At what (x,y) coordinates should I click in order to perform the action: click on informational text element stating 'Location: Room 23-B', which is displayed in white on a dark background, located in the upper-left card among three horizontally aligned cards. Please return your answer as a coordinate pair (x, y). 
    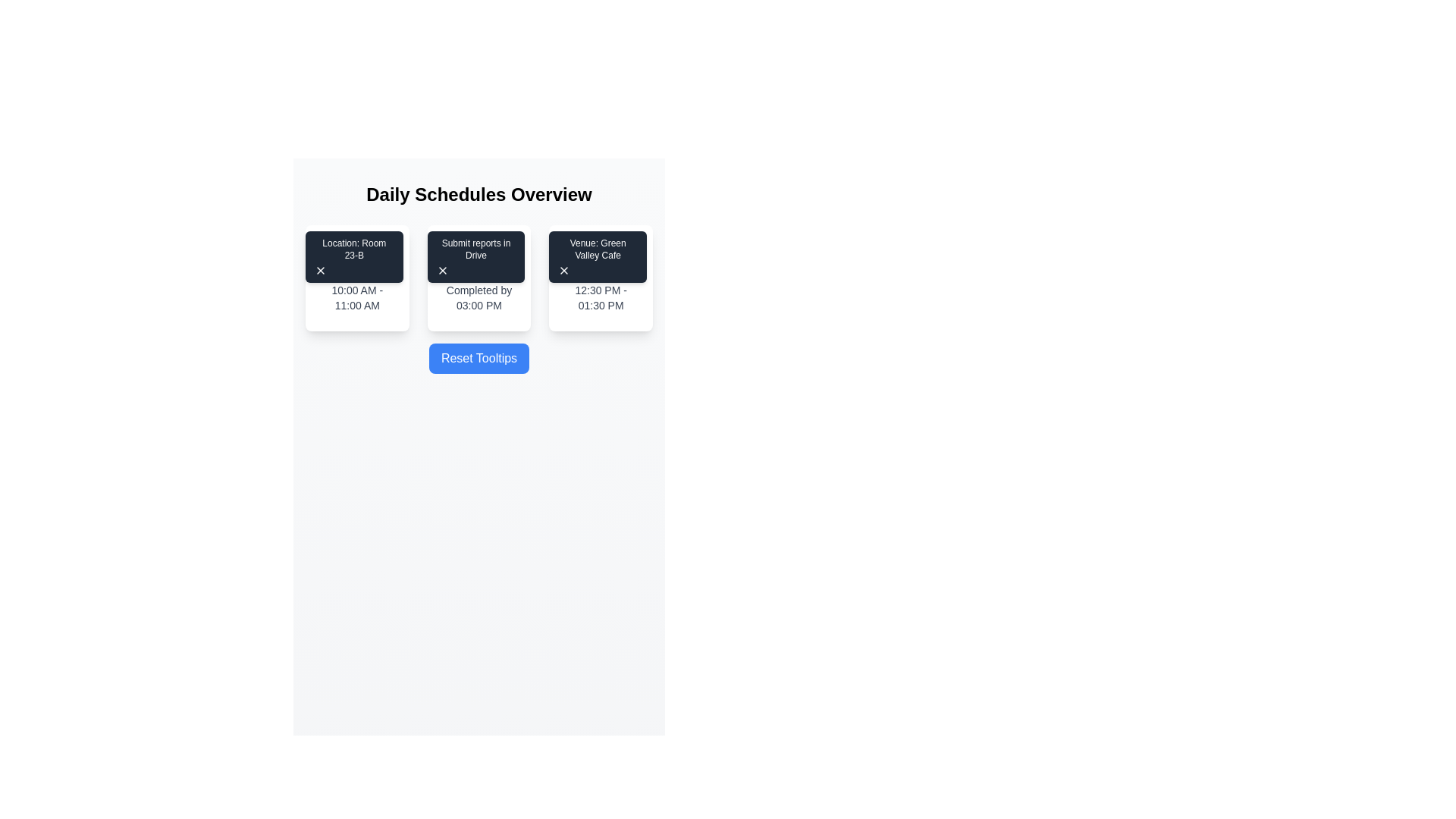
    Looking at the image, I should click on (353, 248).